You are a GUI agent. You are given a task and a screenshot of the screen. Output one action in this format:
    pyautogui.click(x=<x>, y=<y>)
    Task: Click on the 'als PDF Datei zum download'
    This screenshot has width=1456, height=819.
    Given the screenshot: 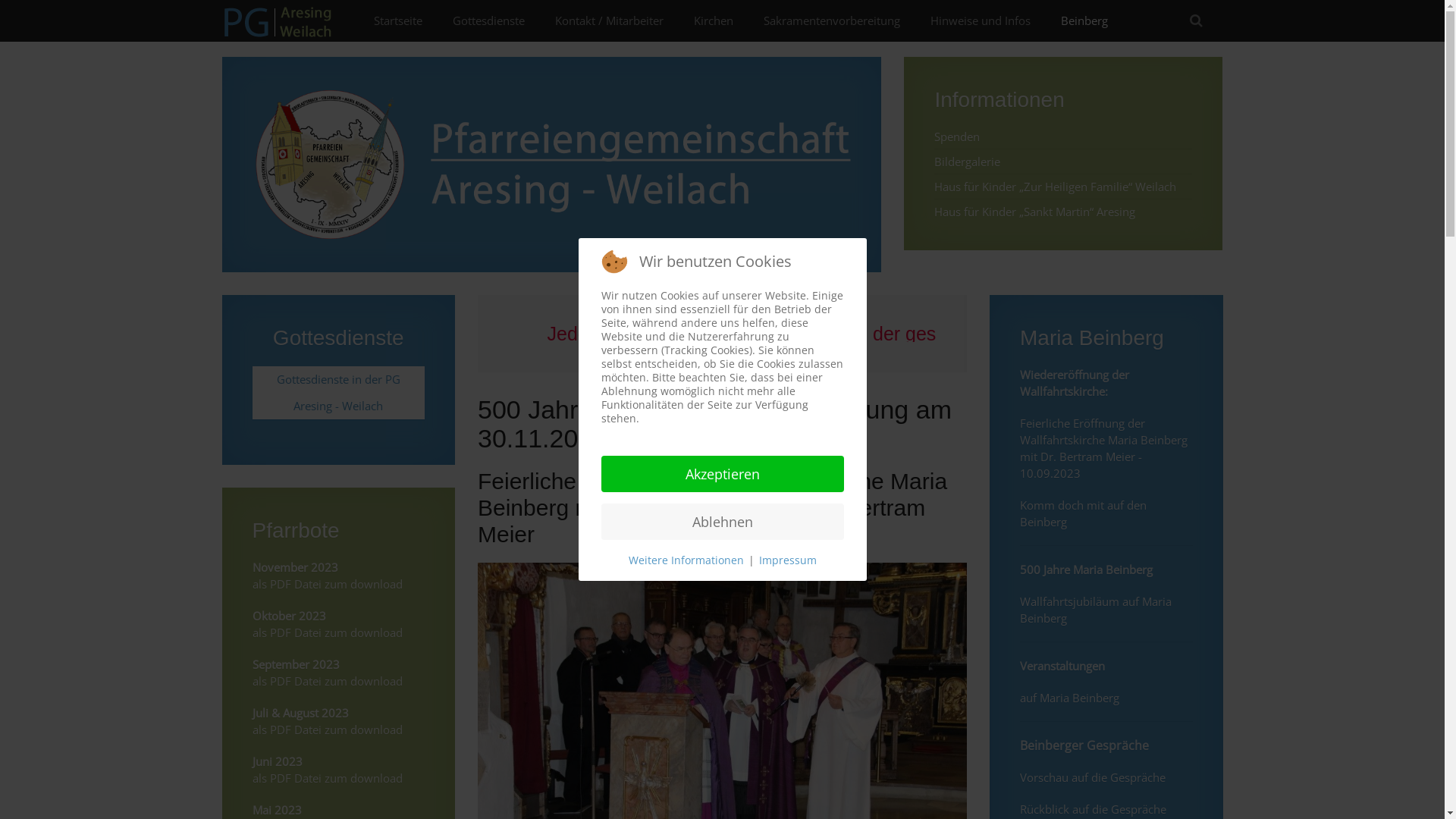 What is the action you would take?
    pyautogui.click(x=326, y=728)
    